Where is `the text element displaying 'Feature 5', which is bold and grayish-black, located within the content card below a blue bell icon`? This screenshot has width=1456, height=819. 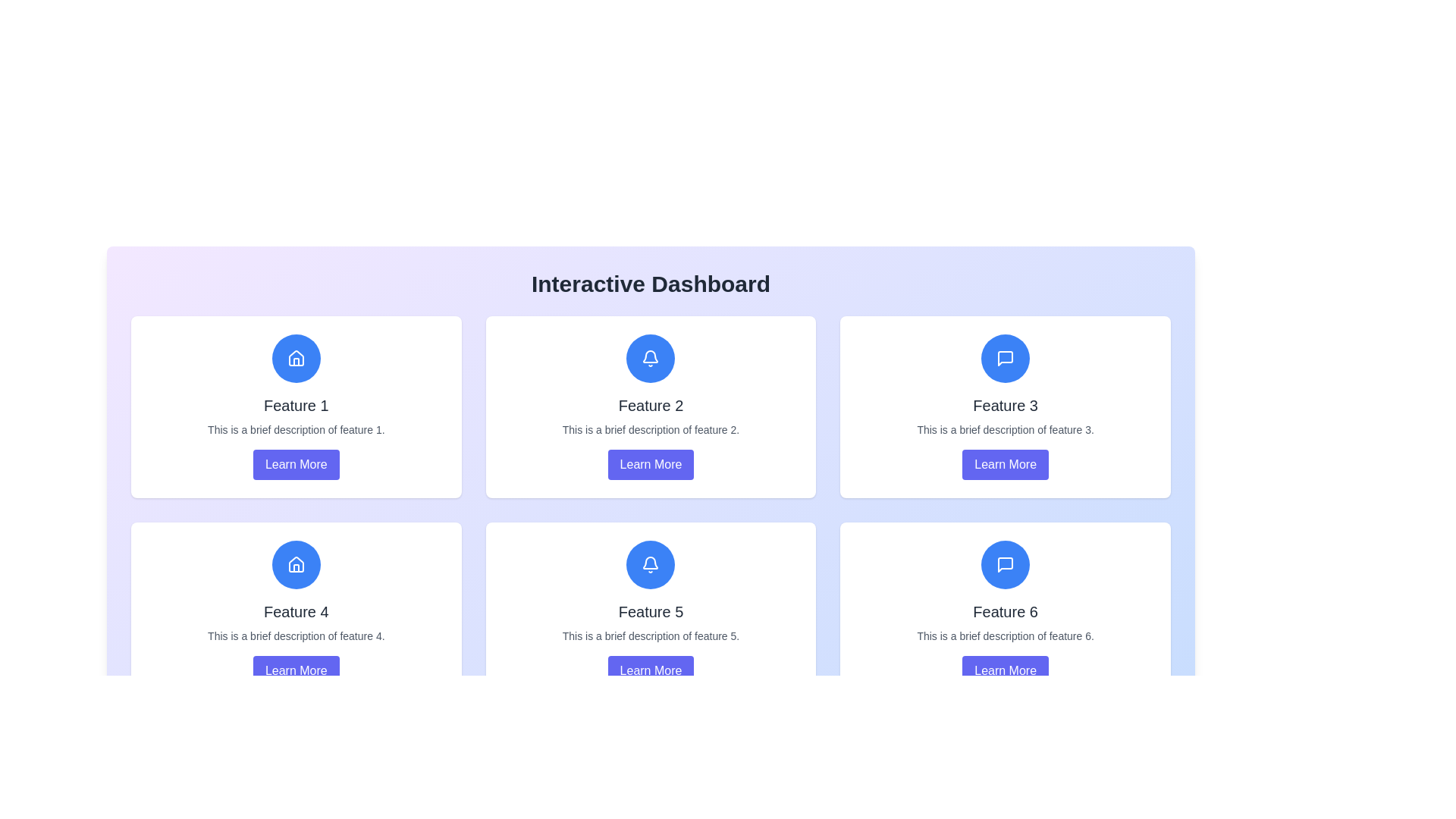 the text element displaying 'Feature 5', which is bold and grayish-black, located within the content card below a blue bell icon is located at coordinates (651, 610).